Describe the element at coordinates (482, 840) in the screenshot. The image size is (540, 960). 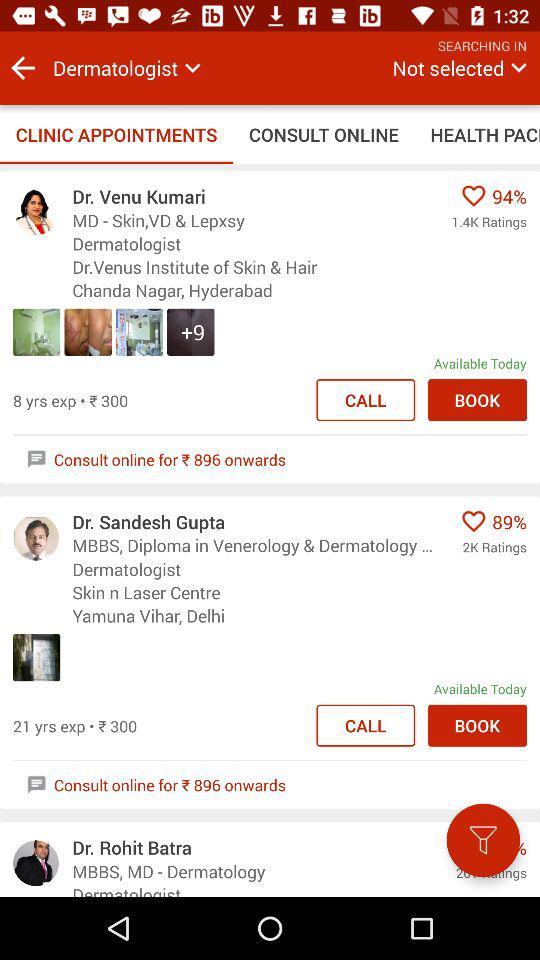
I see `the icon next to the dr. rohit batra` at that location.